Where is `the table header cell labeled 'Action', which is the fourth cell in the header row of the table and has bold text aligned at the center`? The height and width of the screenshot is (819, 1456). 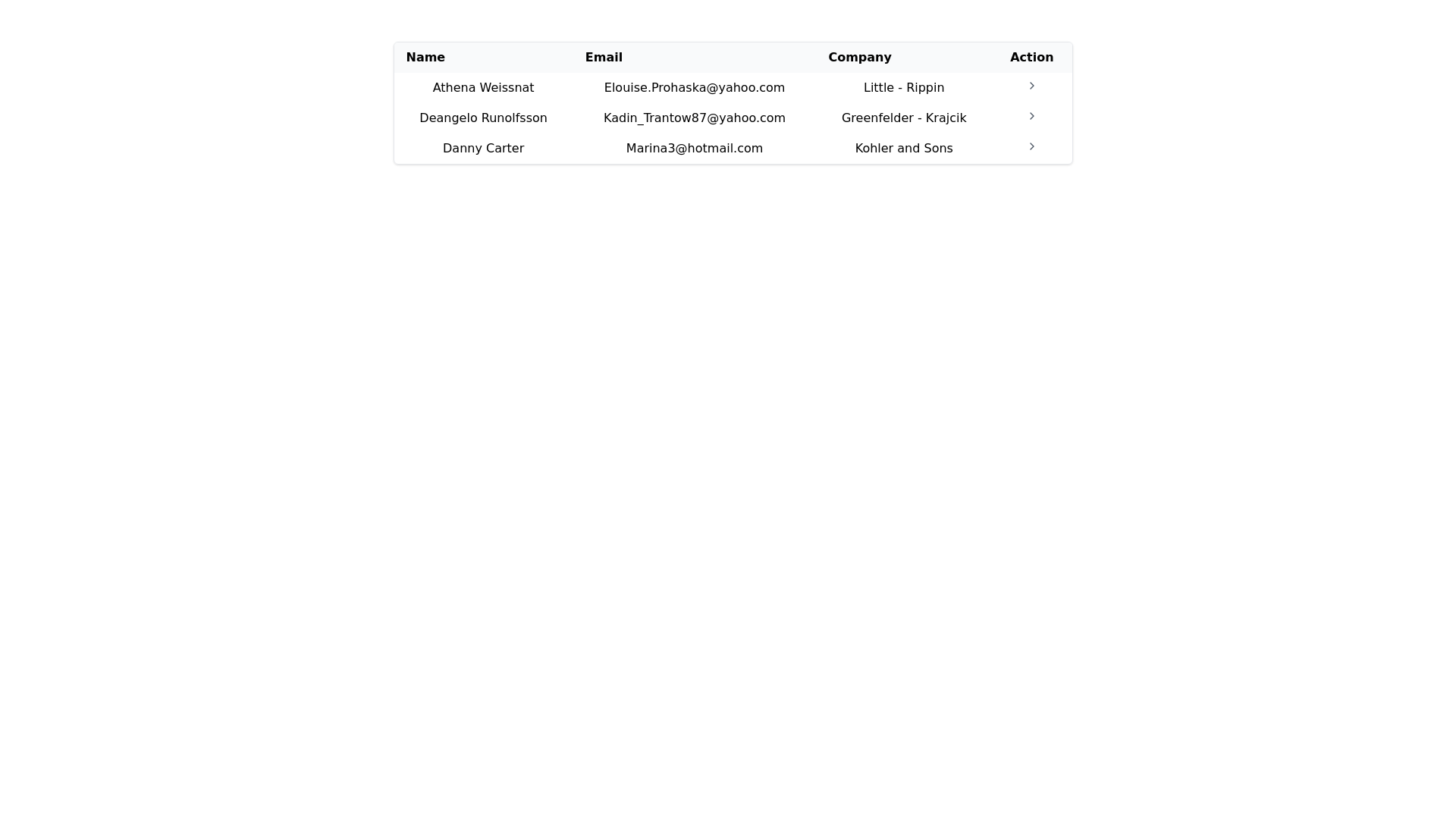 the table header cell labeled 'Action', which is the fourth cell in the header row of the table and has bold text aligned at the center is located at coordinates (1031, 57).